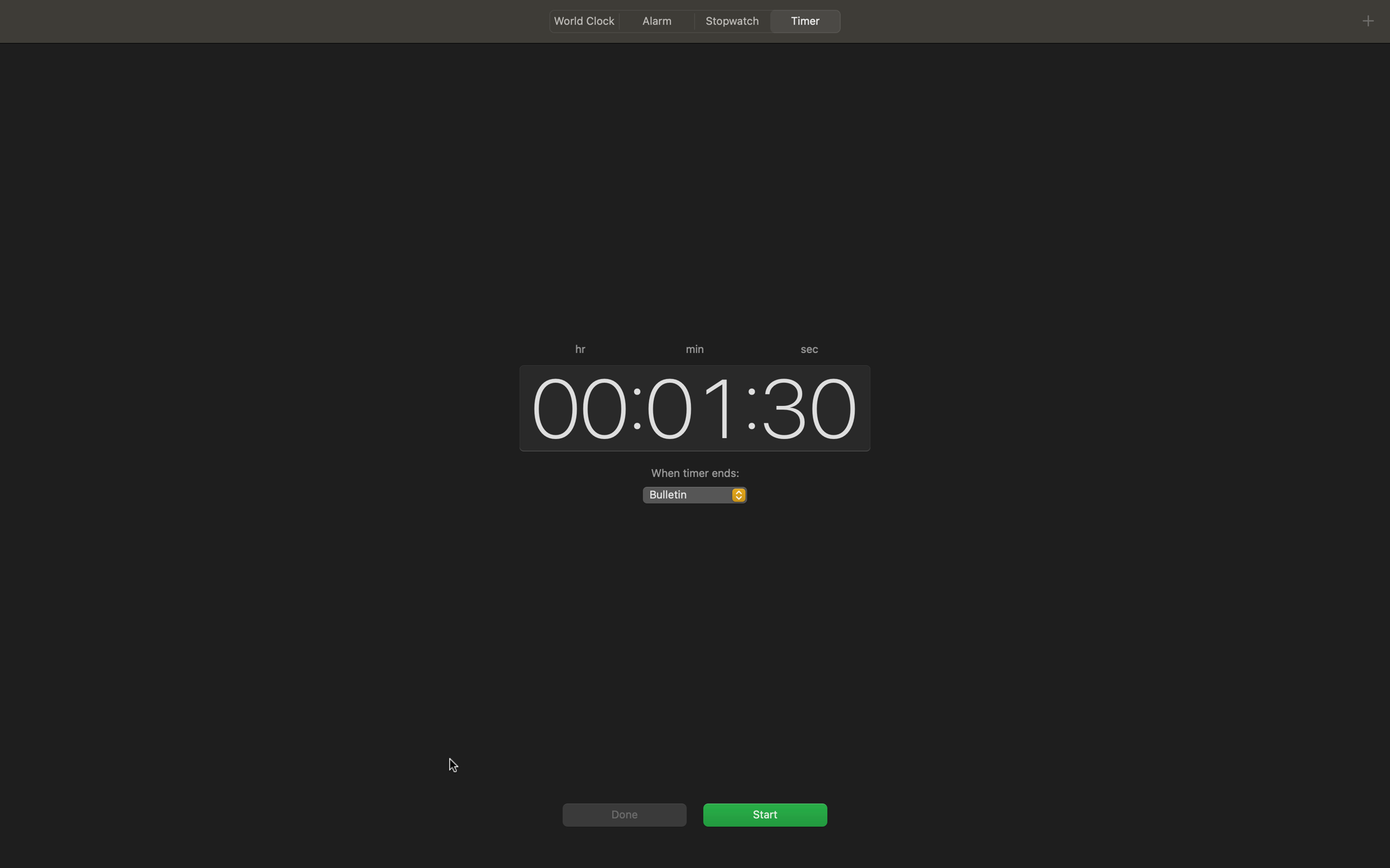 Image resolution: width=1390 pixels, height=868 pixels. I want to click on Reset Timer, so click(623, 814).